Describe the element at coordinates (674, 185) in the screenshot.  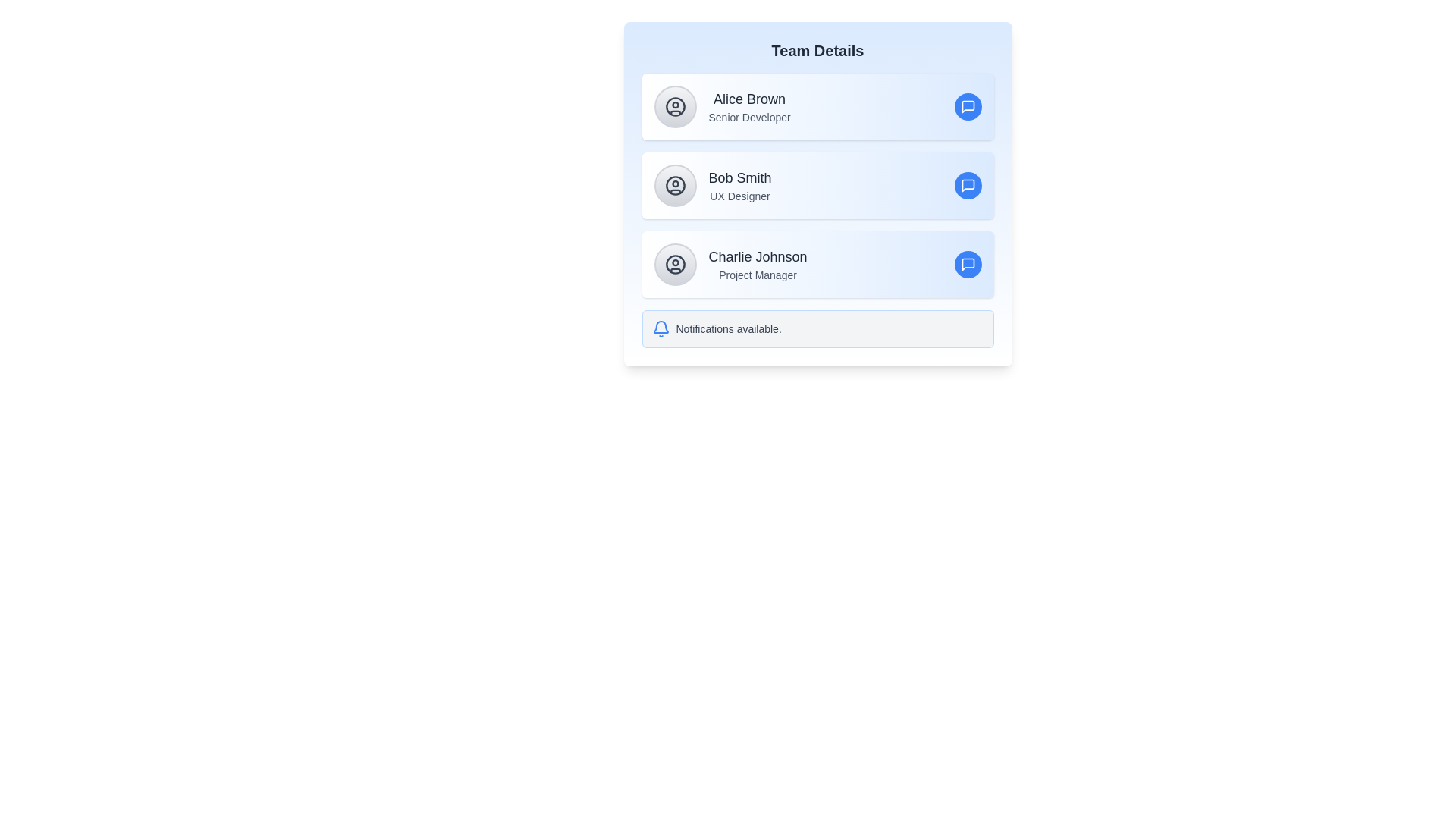
I see `the circular profile icon with a gray gradient background and a dark gray user profile outline, located to the left of the 'Bob Smith UX Designer' section` at that location.